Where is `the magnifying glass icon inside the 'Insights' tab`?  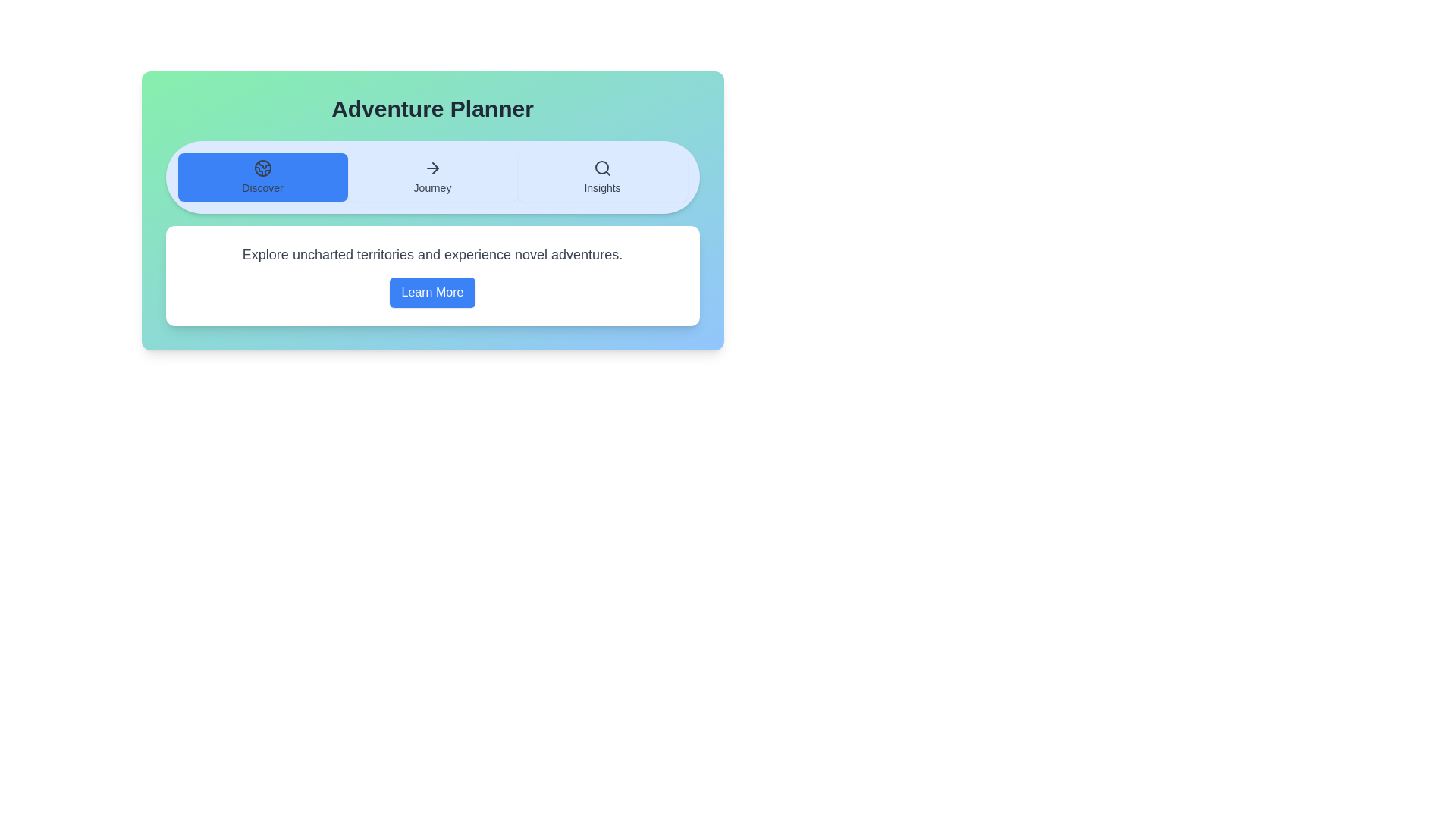
the magnifying glass icon inside the 'Insights' tab is located at coordinates (601, 168).